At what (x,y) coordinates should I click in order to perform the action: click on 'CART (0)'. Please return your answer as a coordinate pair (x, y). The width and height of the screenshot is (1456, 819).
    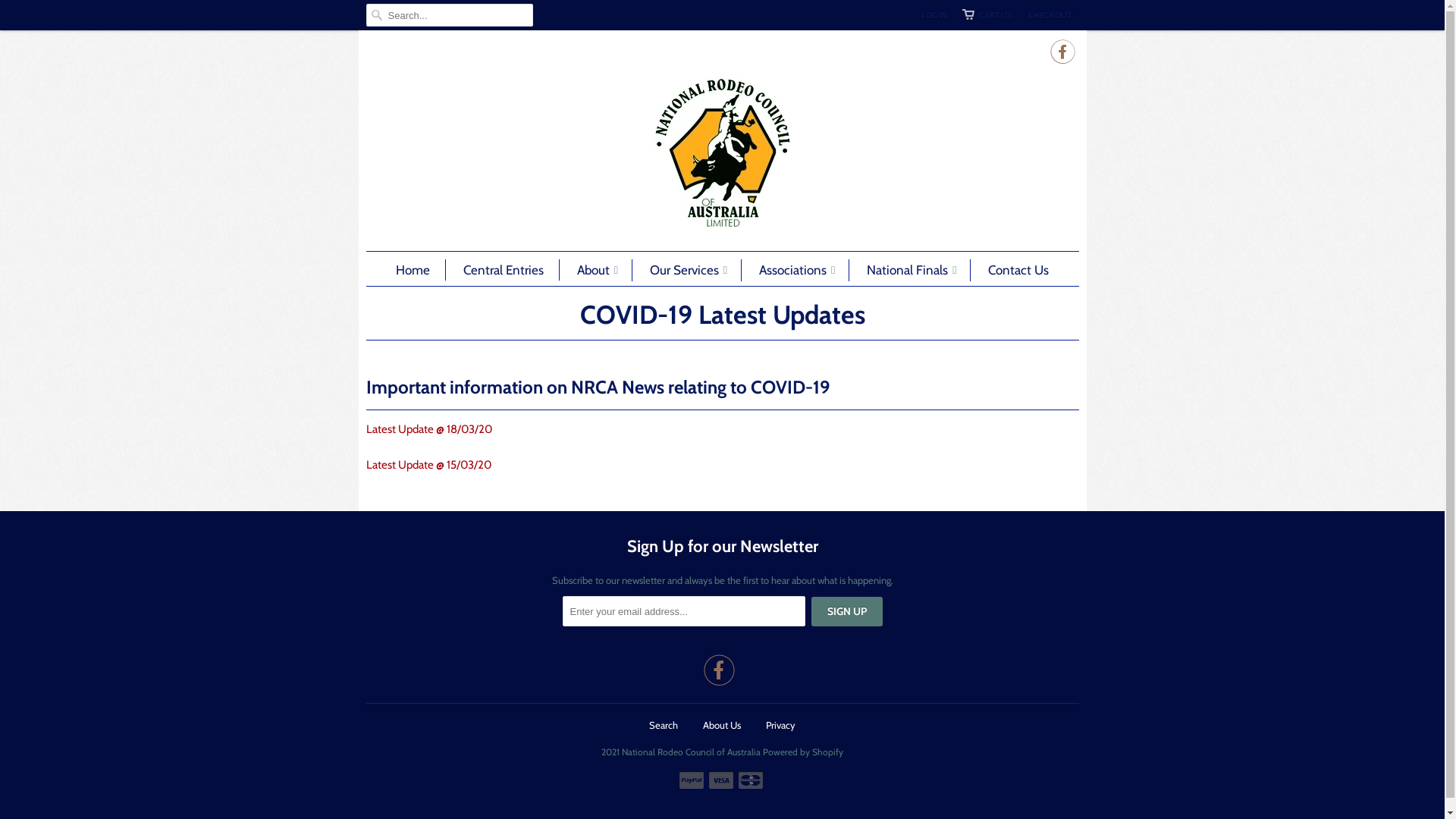
    Looking at the image, I should click on (987, 14).